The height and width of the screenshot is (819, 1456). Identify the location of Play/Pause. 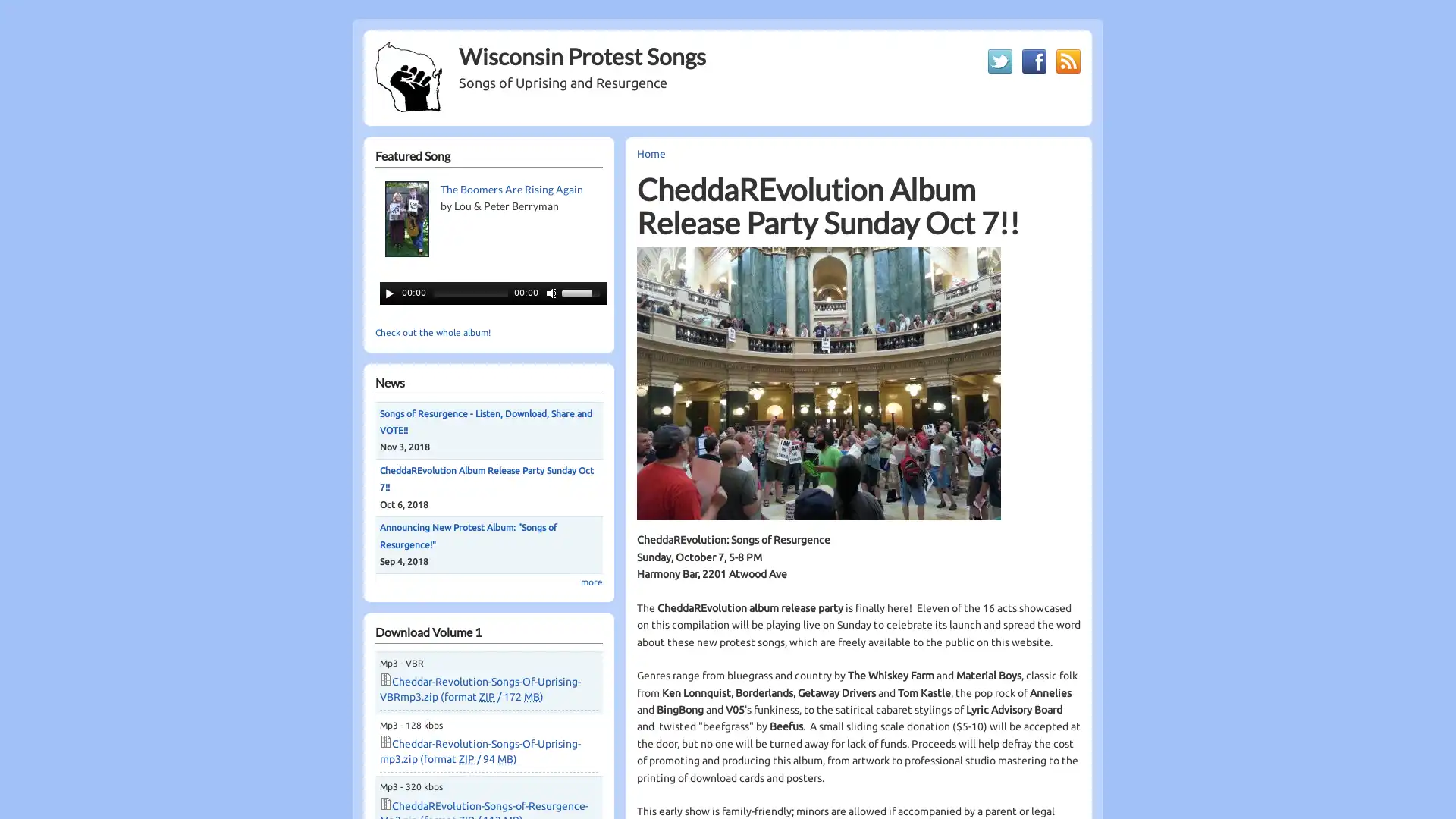
(389, 292).